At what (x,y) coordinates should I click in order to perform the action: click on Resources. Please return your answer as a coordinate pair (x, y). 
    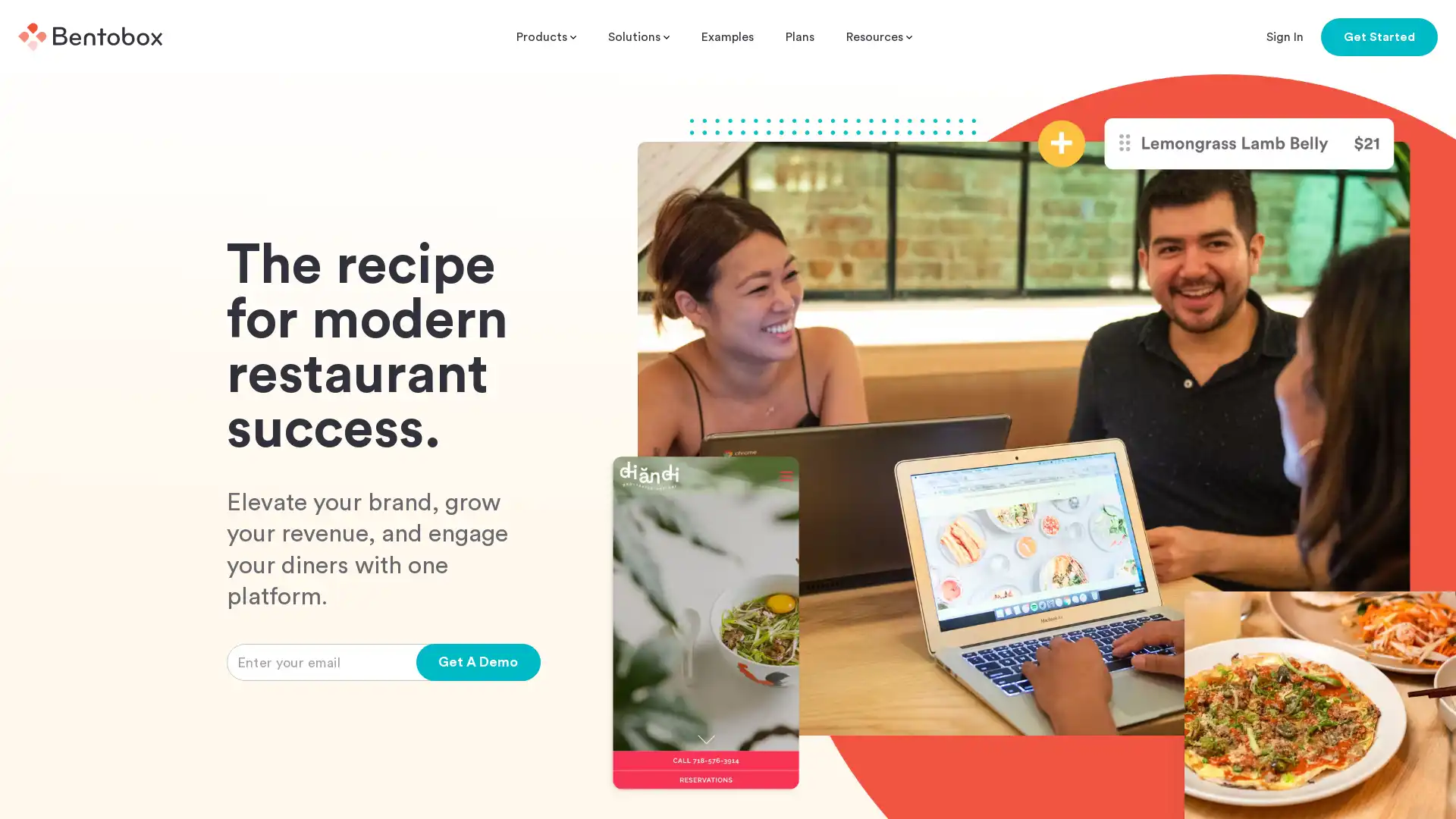
    Looking at the image, I should click on (879, 36).